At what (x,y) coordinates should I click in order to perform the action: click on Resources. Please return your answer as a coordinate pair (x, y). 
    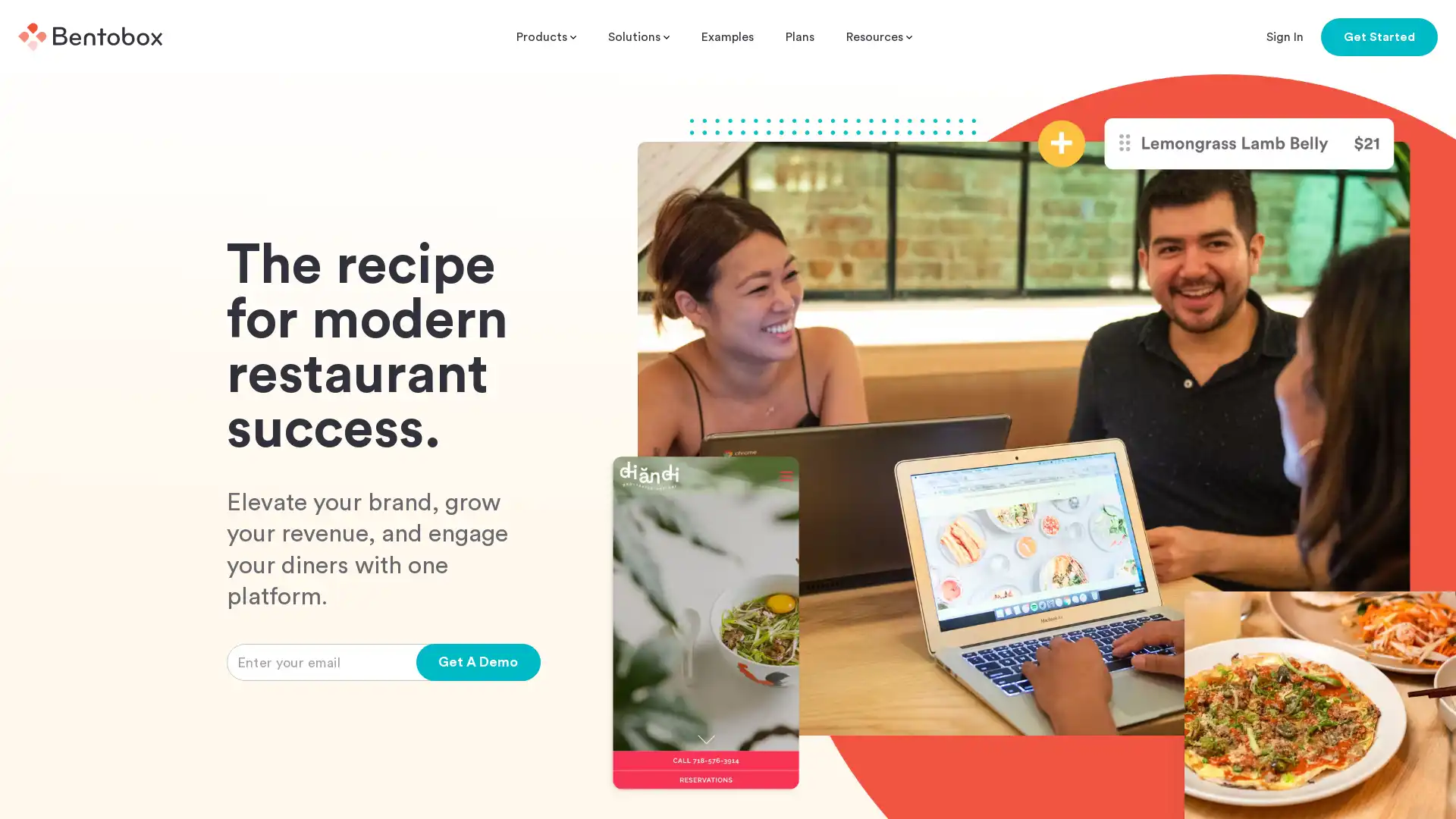
    Looking at the image, I should click on (879, 36).